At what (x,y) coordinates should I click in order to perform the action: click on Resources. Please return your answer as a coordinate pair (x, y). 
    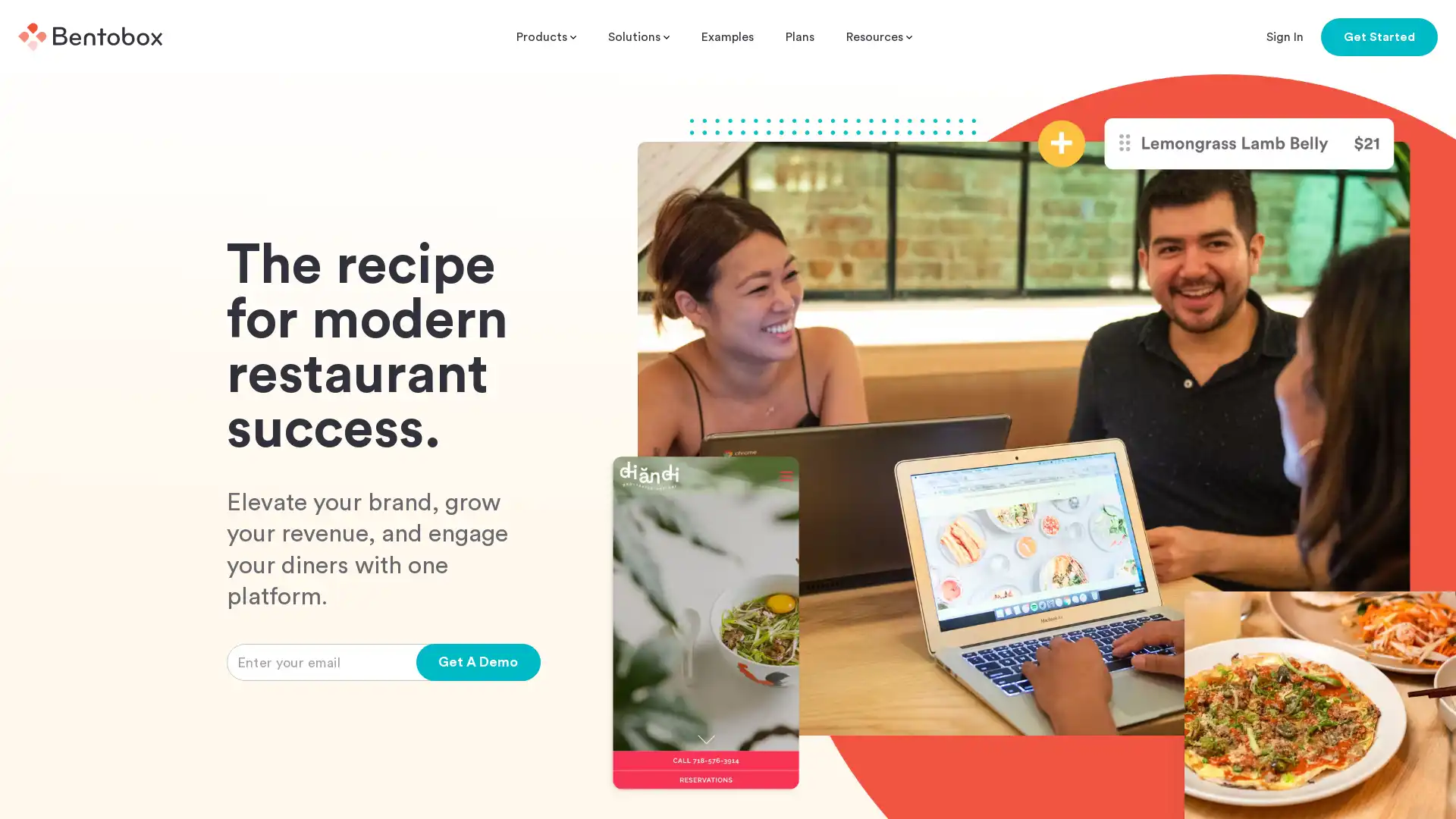
    Looking at the image, I should click on (879, 36).